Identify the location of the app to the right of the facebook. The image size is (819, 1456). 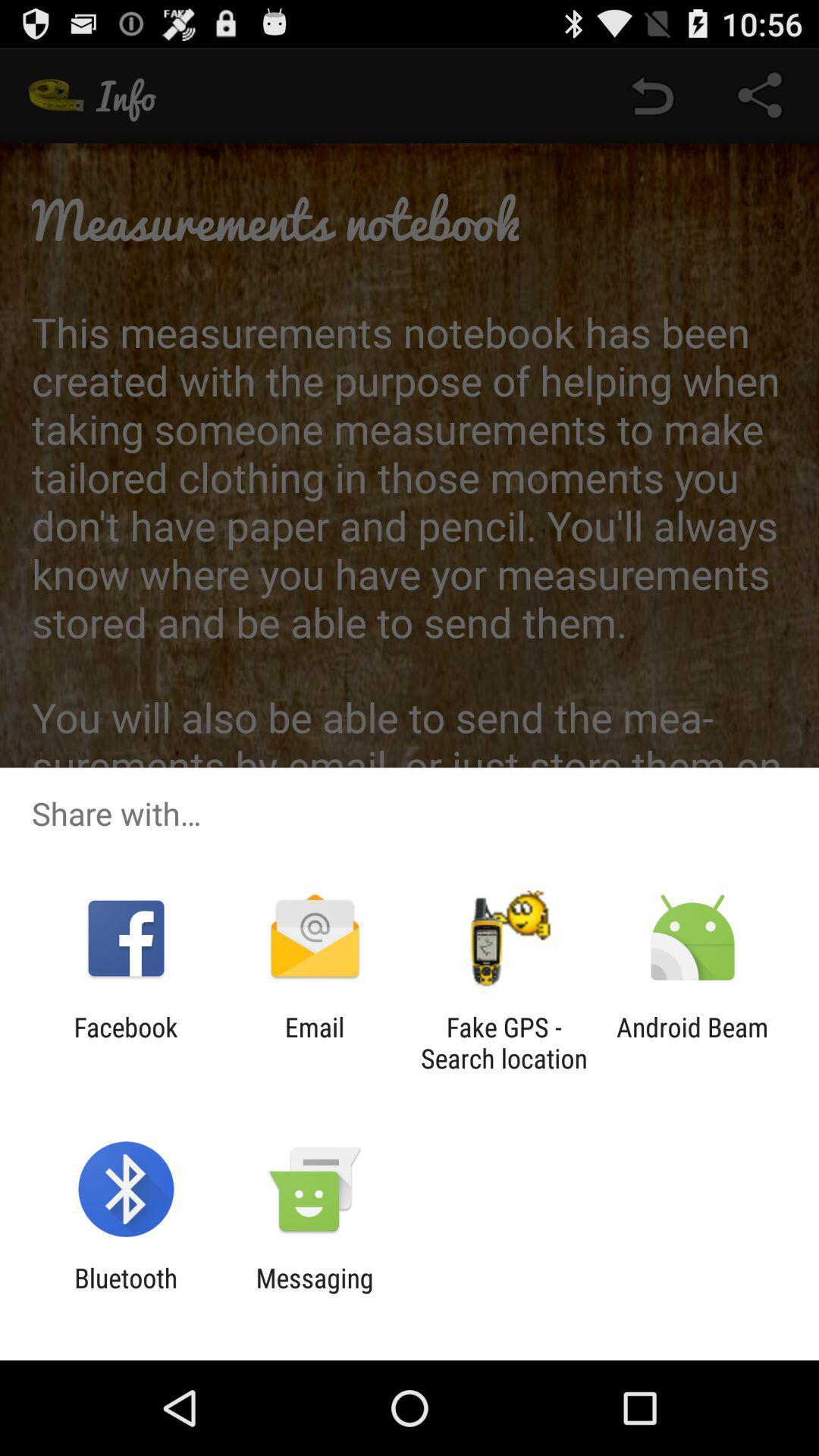
(314, 1042).